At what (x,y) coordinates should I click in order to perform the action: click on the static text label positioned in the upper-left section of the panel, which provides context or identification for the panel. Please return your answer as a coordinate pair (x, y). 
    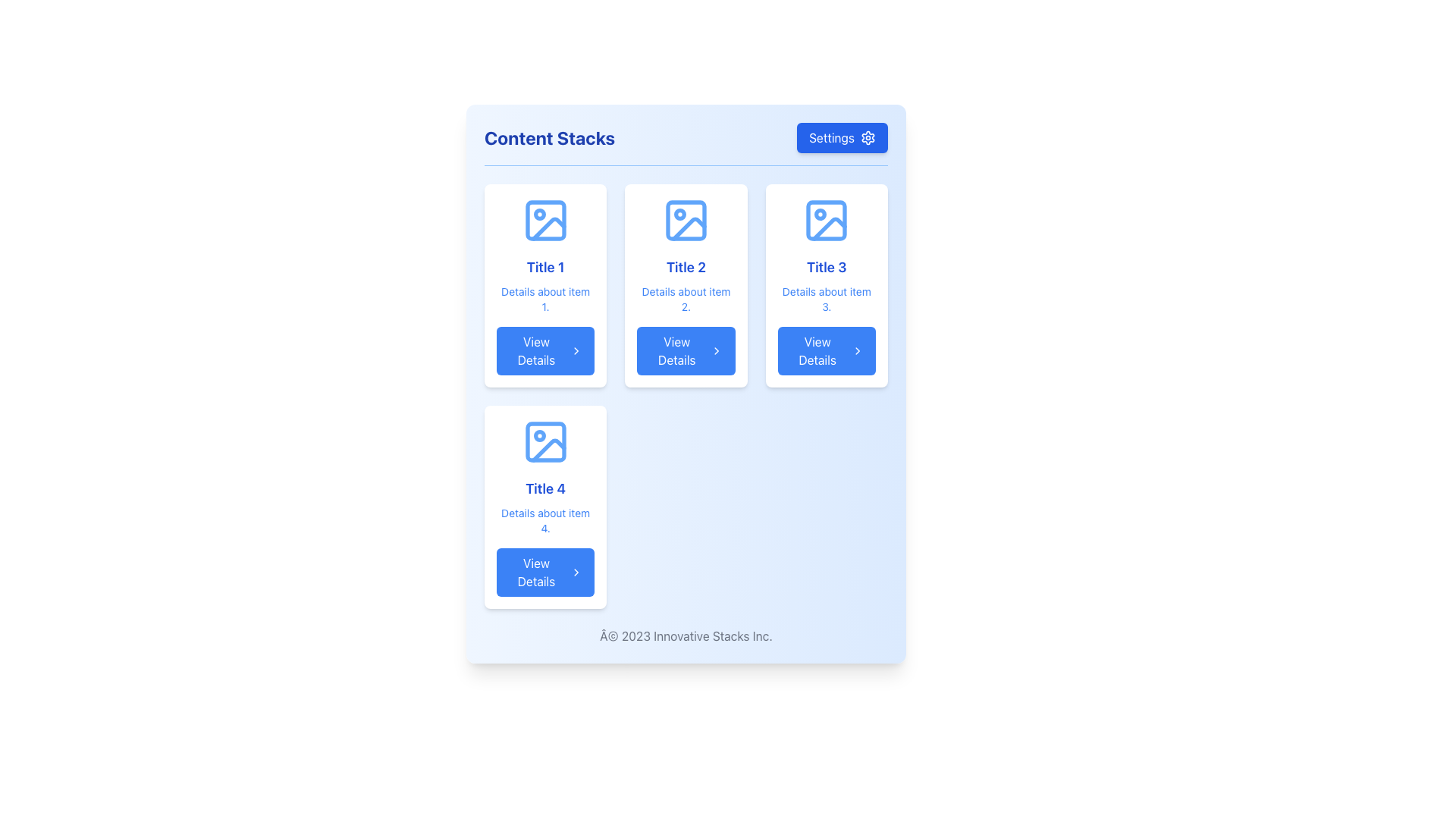
    Looking at the image, I should click on (549, 137).